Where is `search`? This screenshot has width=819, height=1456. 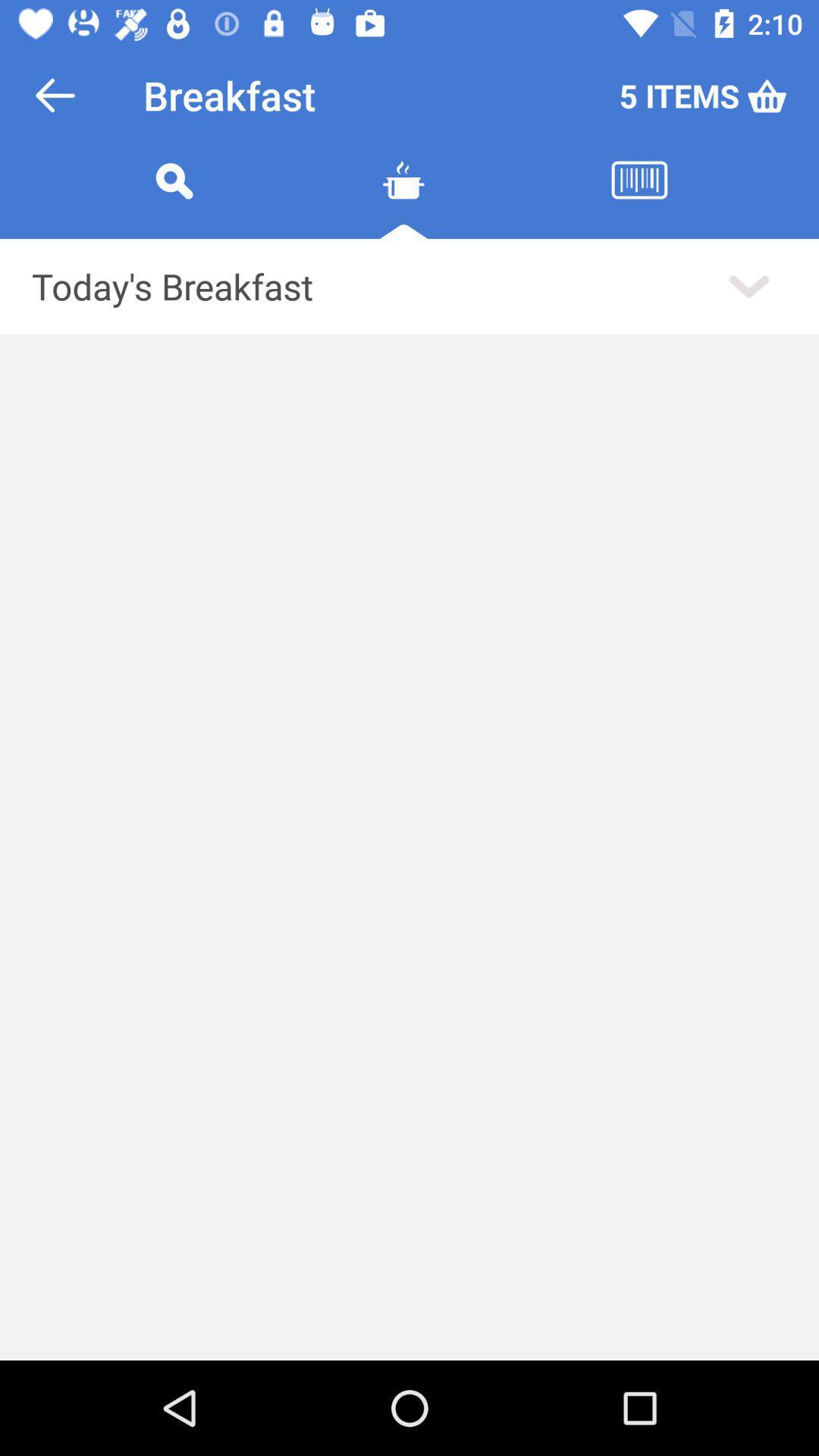 search is located at coordinates (173, 198).